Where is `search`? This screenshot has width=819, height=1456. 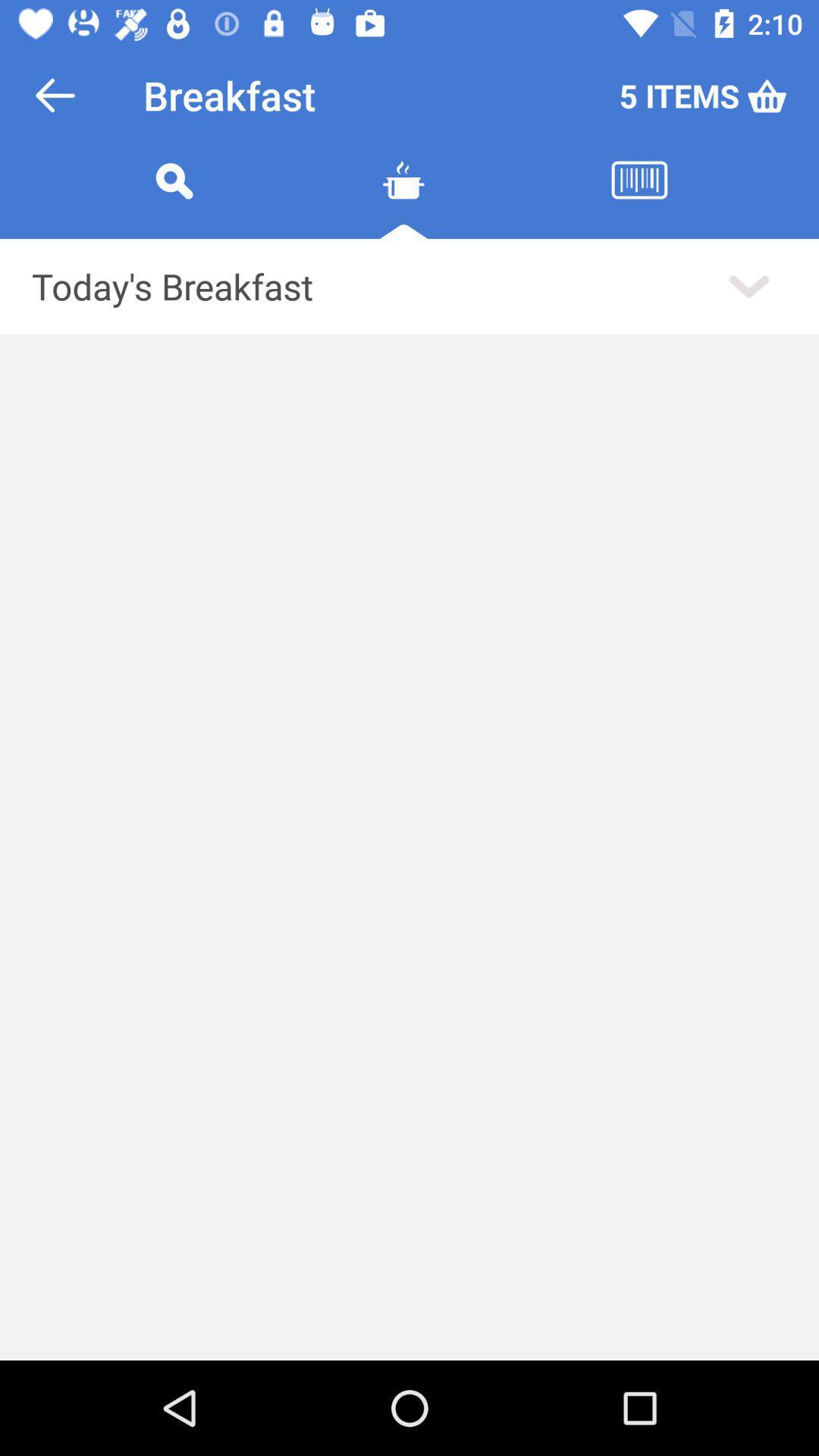 search is located at coordinates (173, 198).